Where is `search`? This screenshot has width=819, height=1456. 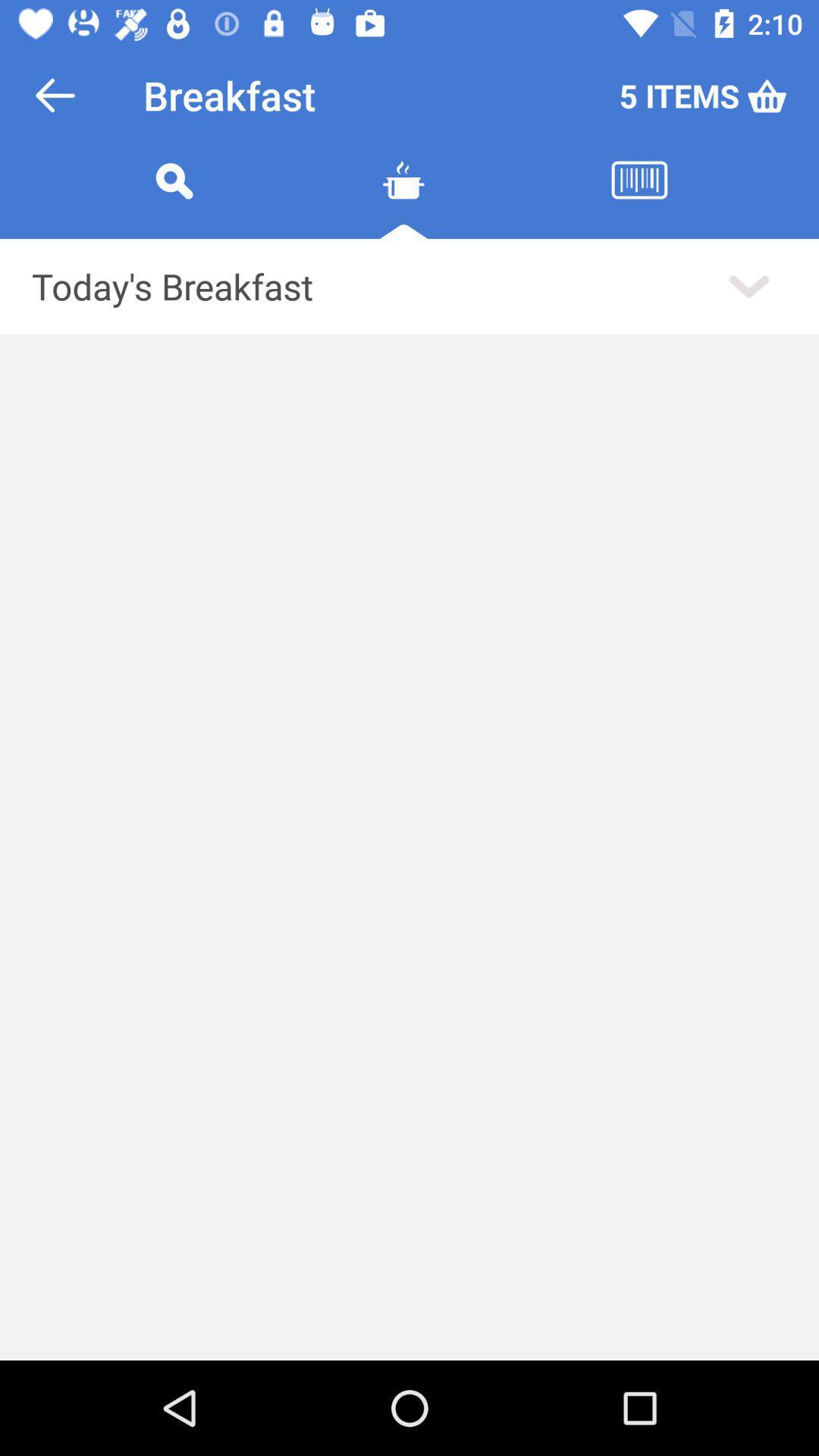 search is located at coordinates (173, 198).